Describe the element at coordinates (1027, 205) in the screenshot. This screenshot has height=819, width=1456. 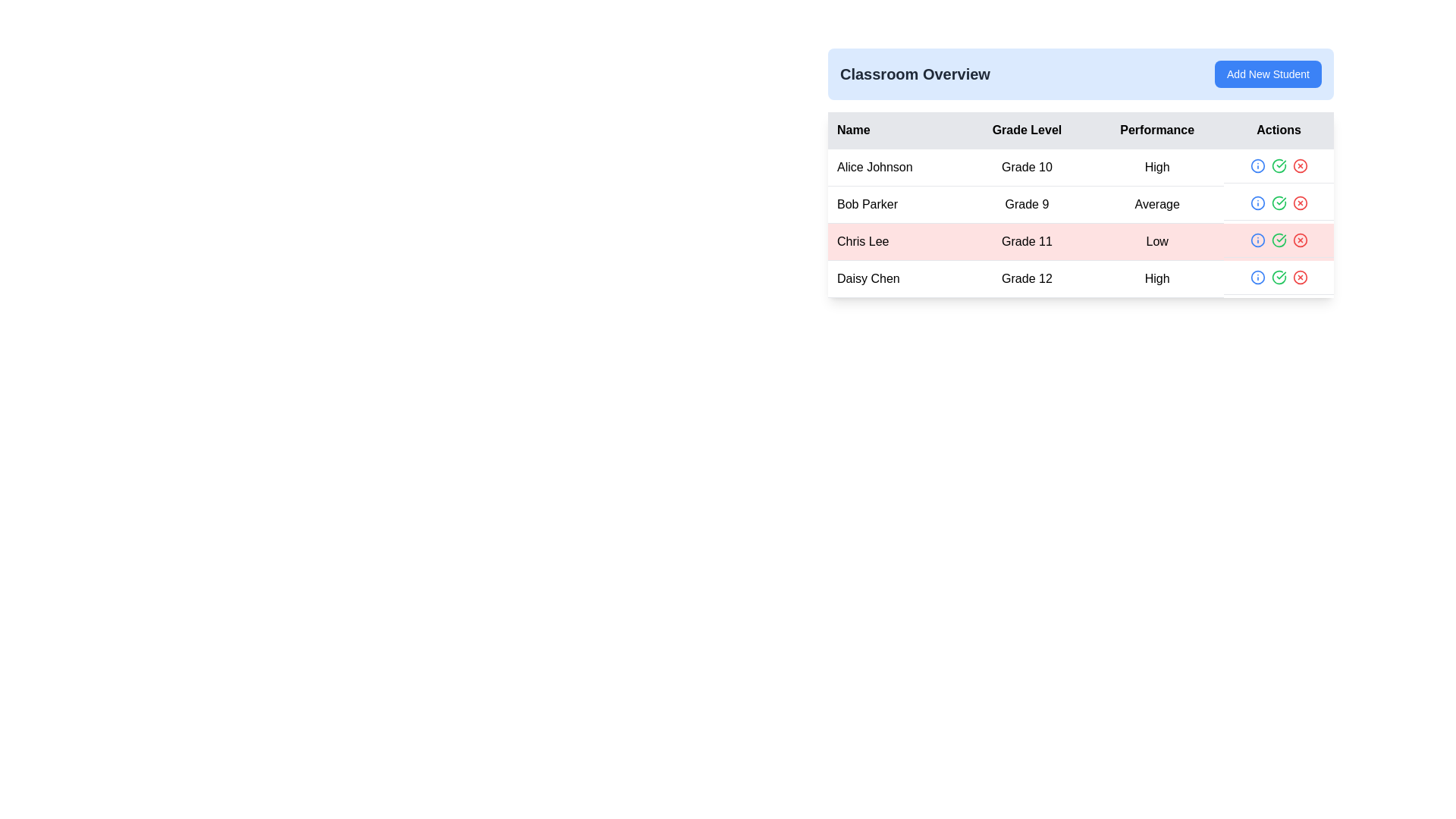
I see `the text label that displays 'Grade 9' in black font, located in the second row and second column of the table under the 'Grade Level' header, adjacent to 'Bob Parker'` at that location.